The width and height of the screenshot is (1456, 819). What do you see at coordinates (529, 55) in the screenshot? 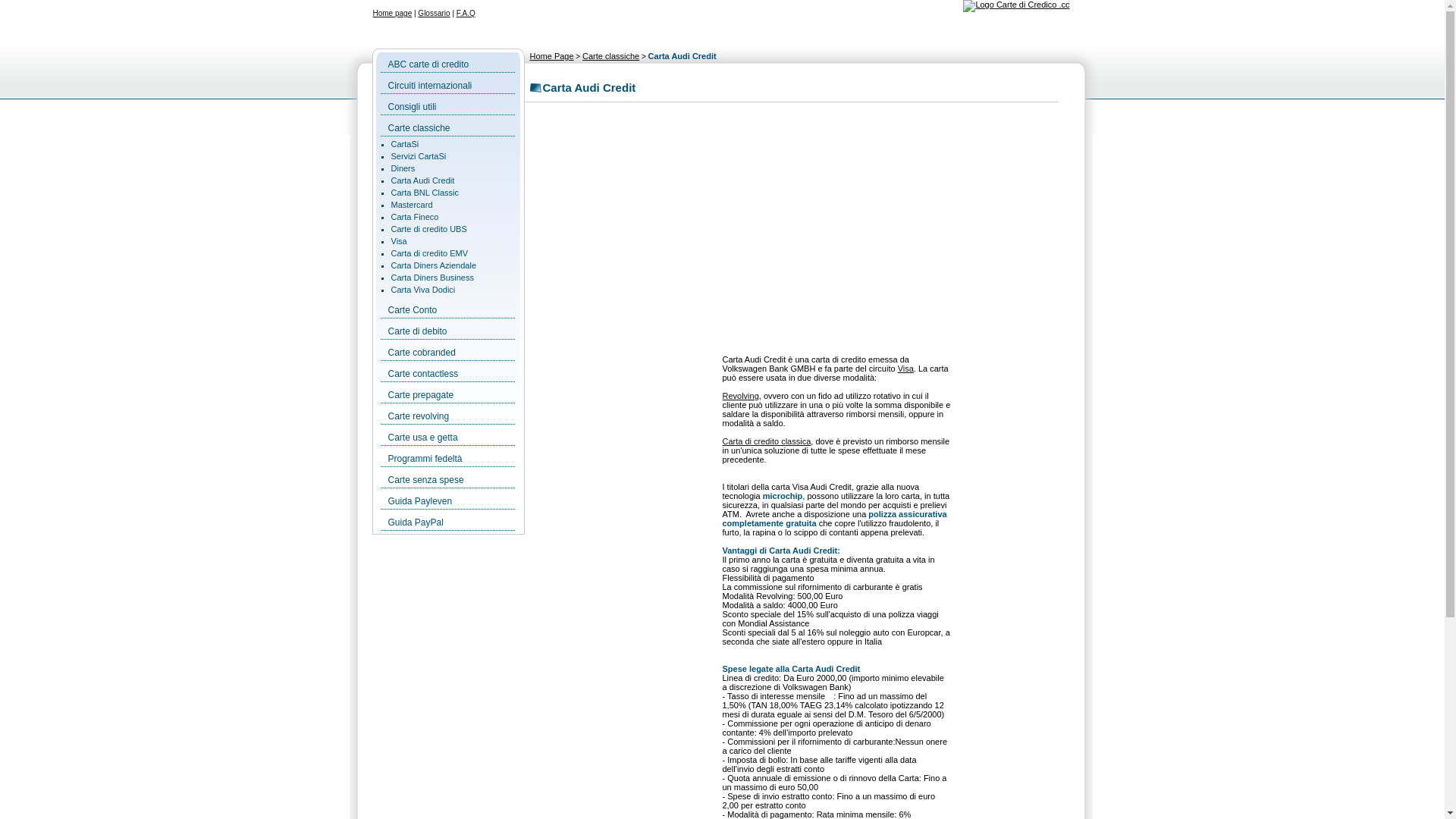
I see `'Home Page'` at bounding box center [529, 55].